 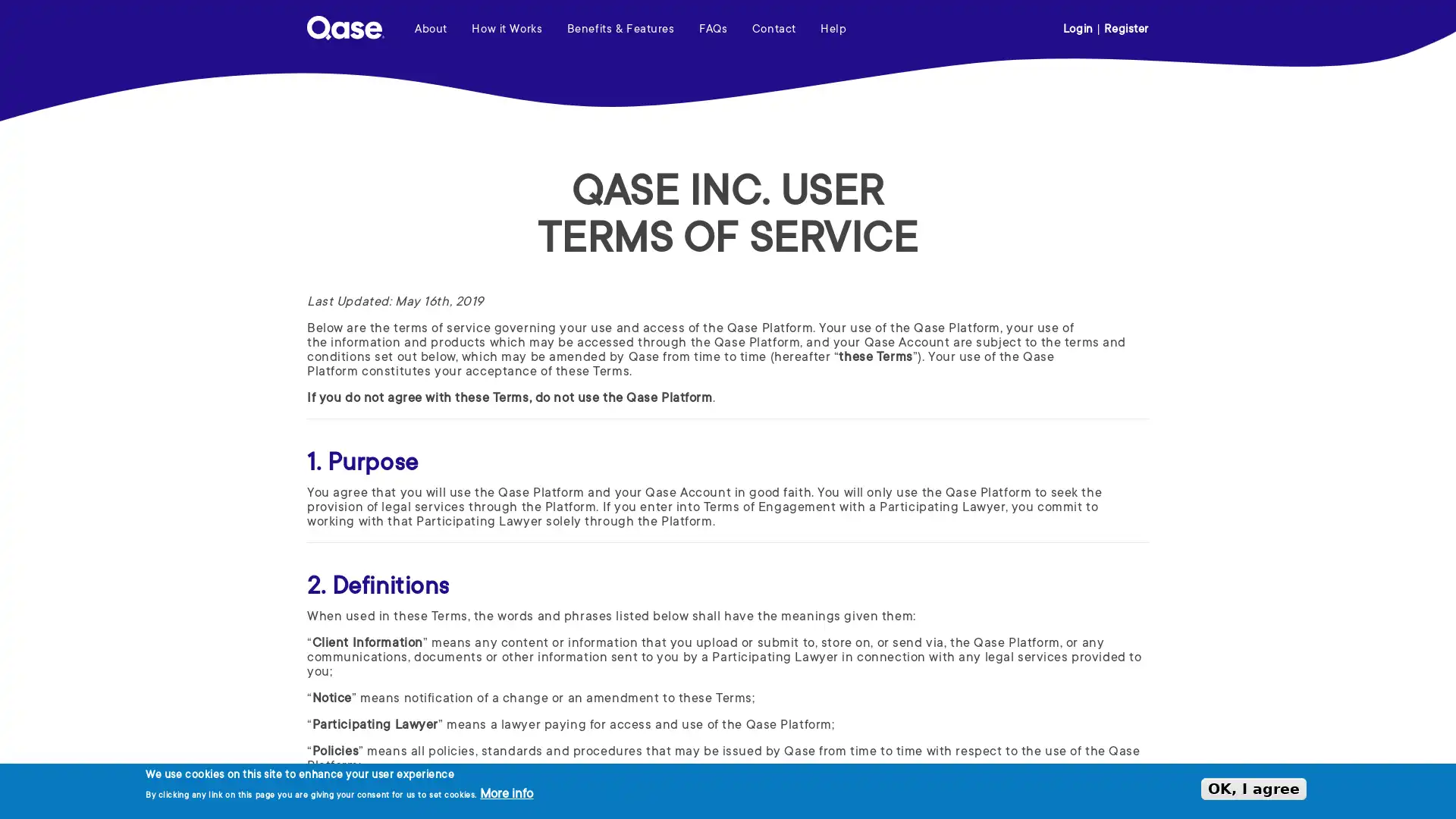 I want to click on More info, so click(x=506, y=794).